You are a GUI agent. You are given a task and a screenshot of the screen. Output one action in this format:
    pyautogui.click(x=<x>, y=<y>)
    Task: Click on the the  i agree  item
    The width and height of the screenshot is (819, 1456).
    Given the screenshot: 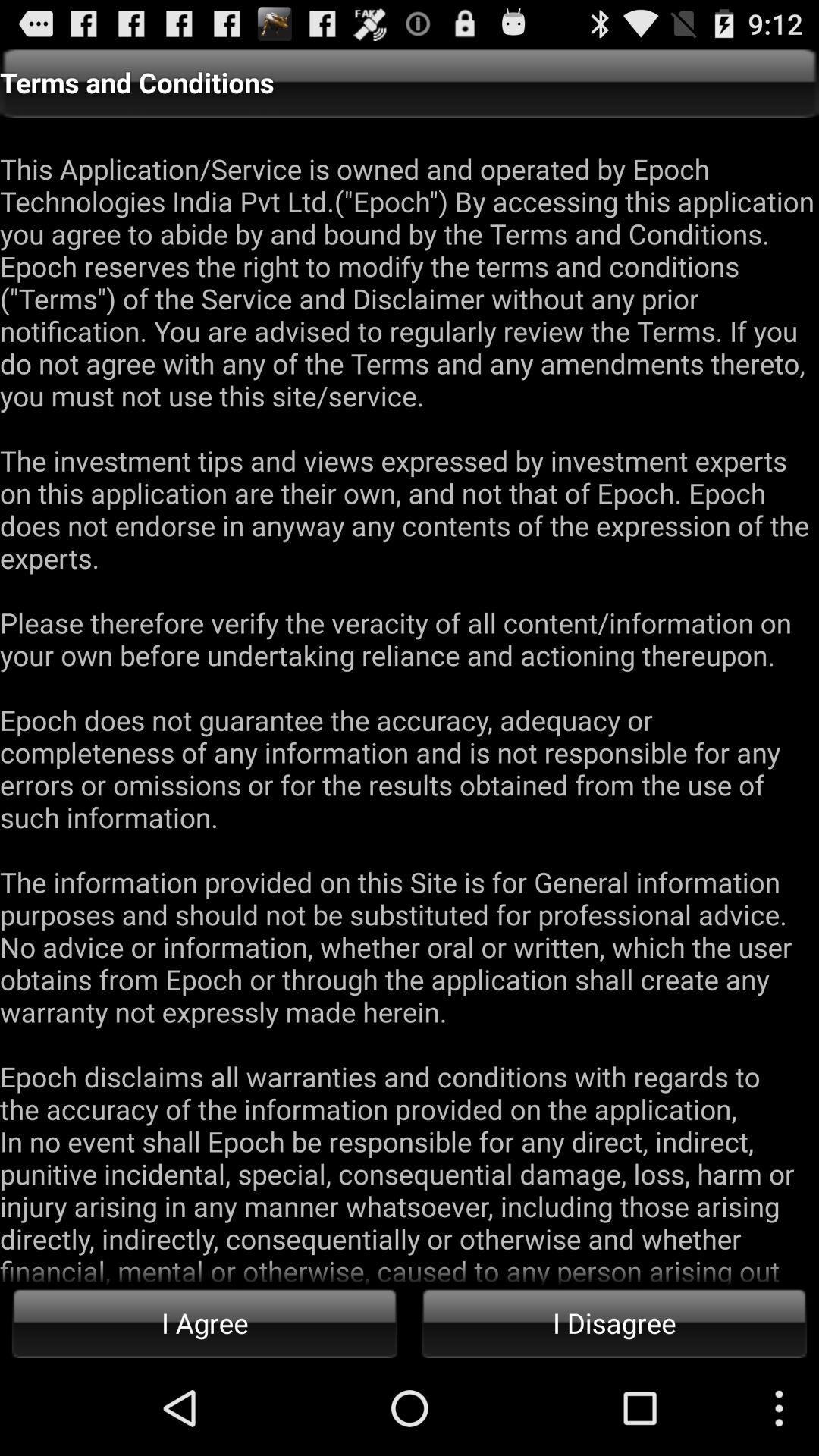 What is the action you would take?
    pyautogui.click(x=205, y=1322)
    